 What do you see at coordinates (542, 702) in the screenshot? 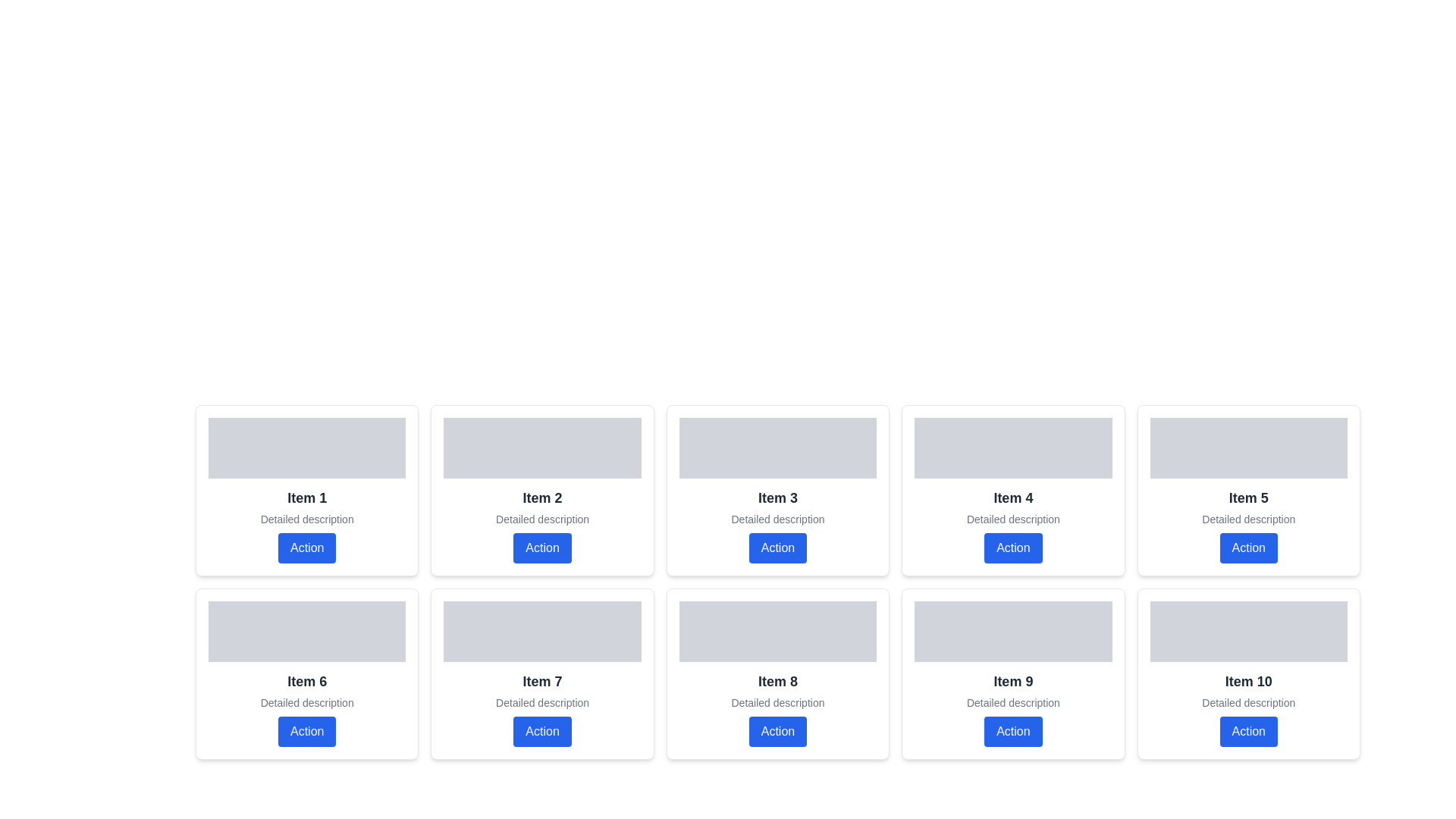
I see `the static text label displaying 'Detailed description', which is positioned below the bold text 'Item 7' and above the blue 'Action' button` at bounding box center [542, 702].